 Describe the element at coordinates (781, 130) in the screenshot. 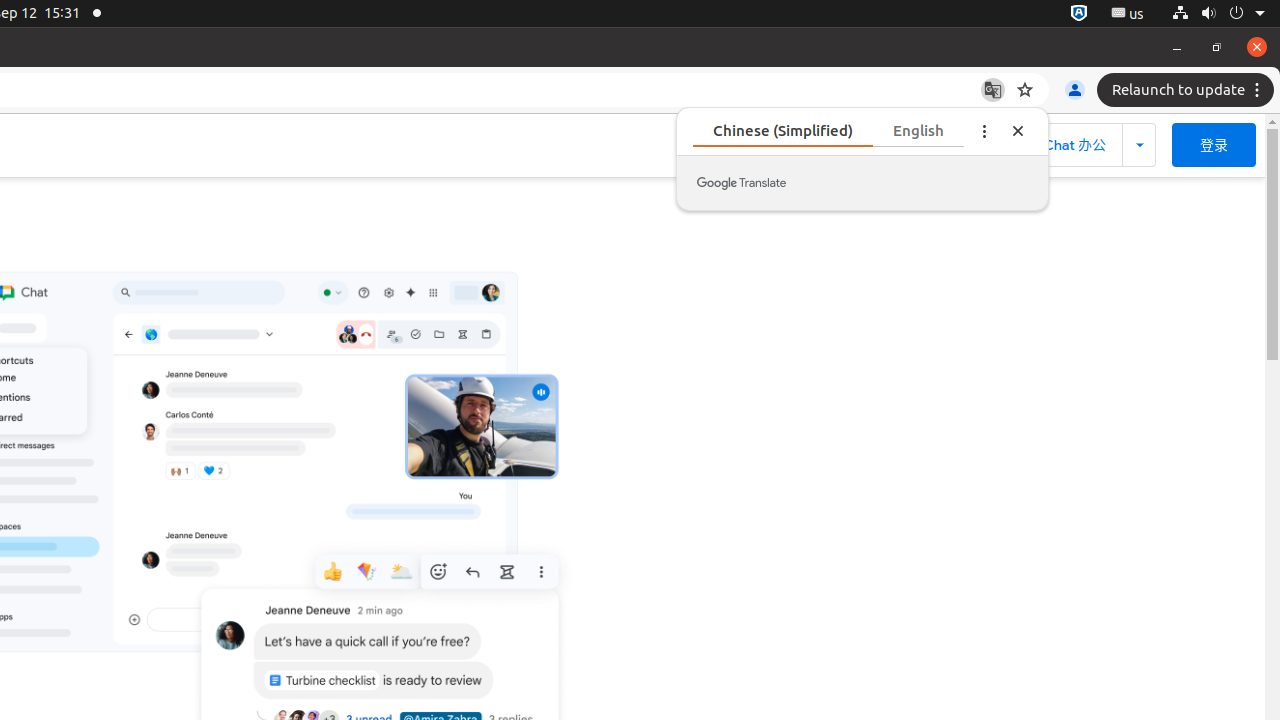

I see `'Chinese (Simplified)'` at that location.